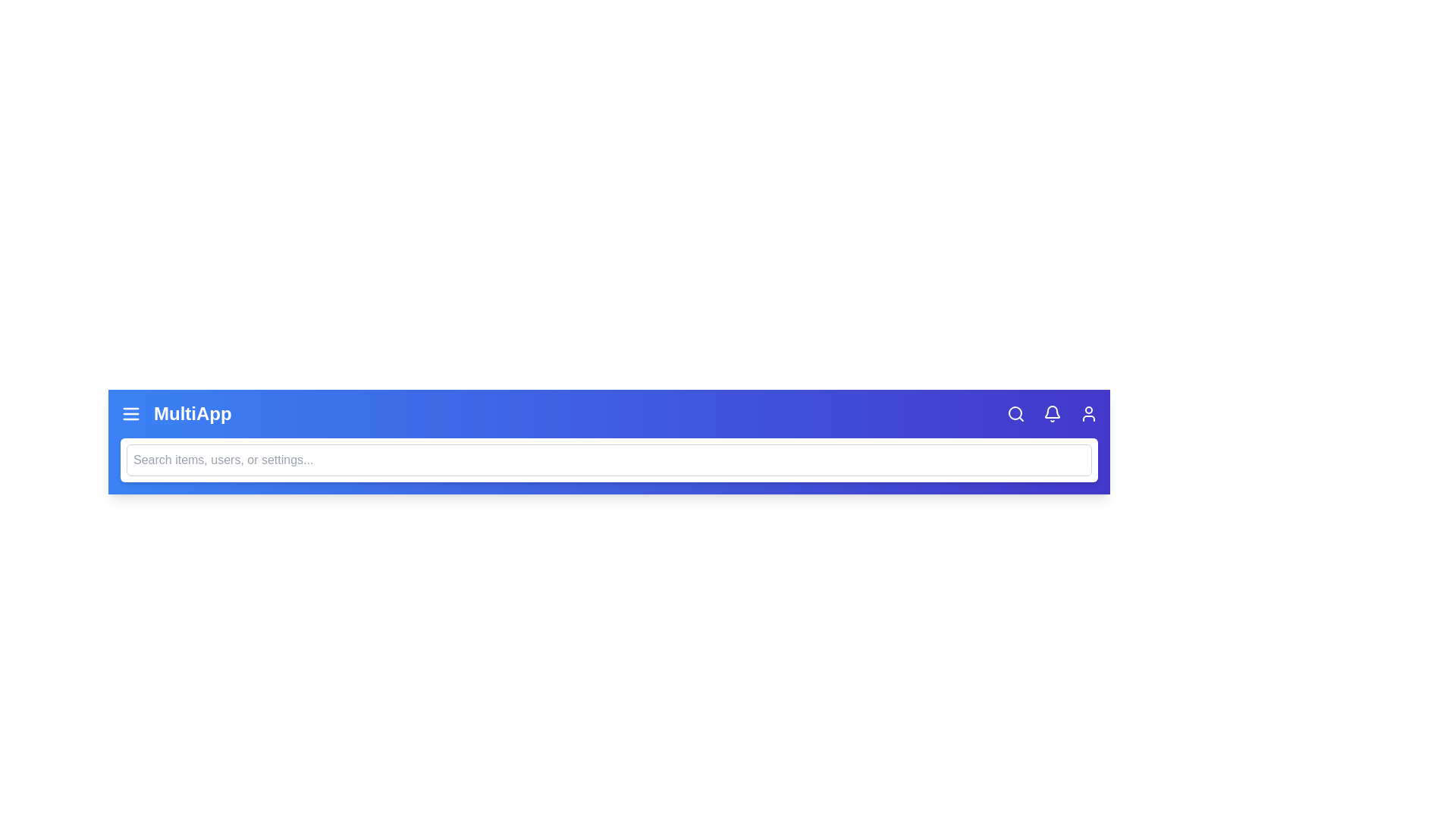 This screenshot has height=819, width=1456. I want to click on the notification bell icon, so click(1051, 414).